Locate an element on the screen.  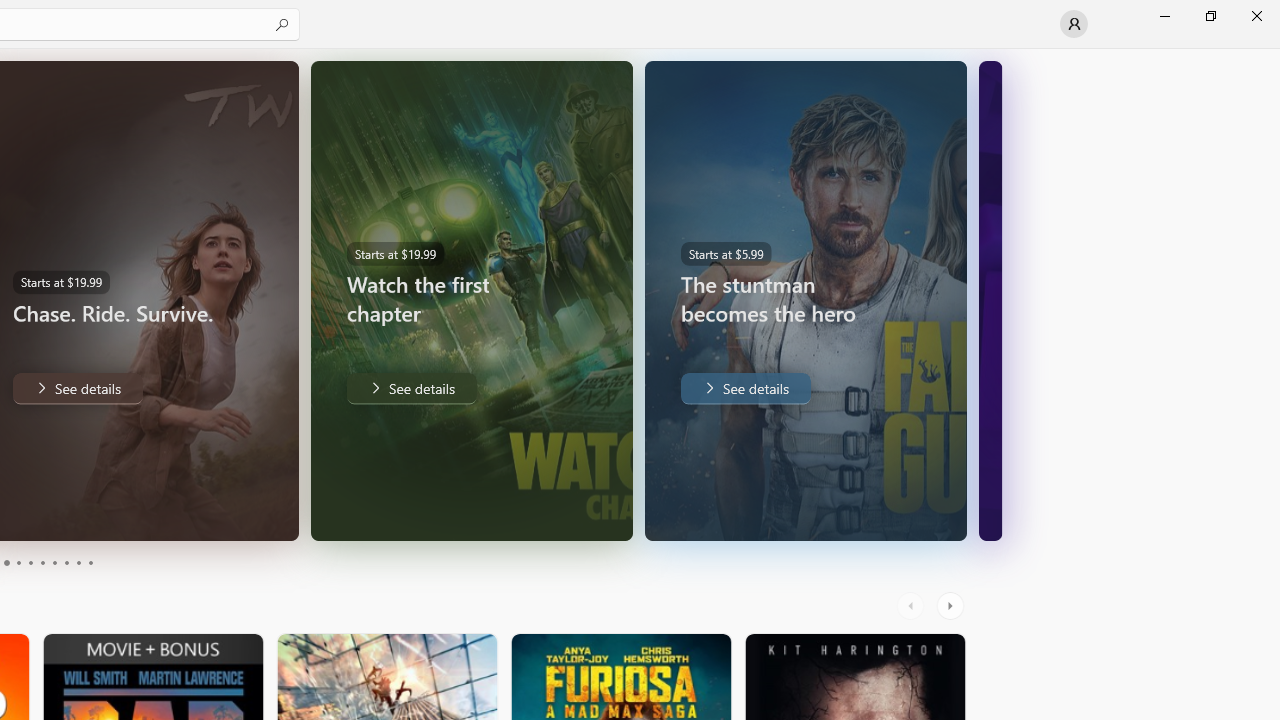
'Page 7' is located at coordinates (54, 563).